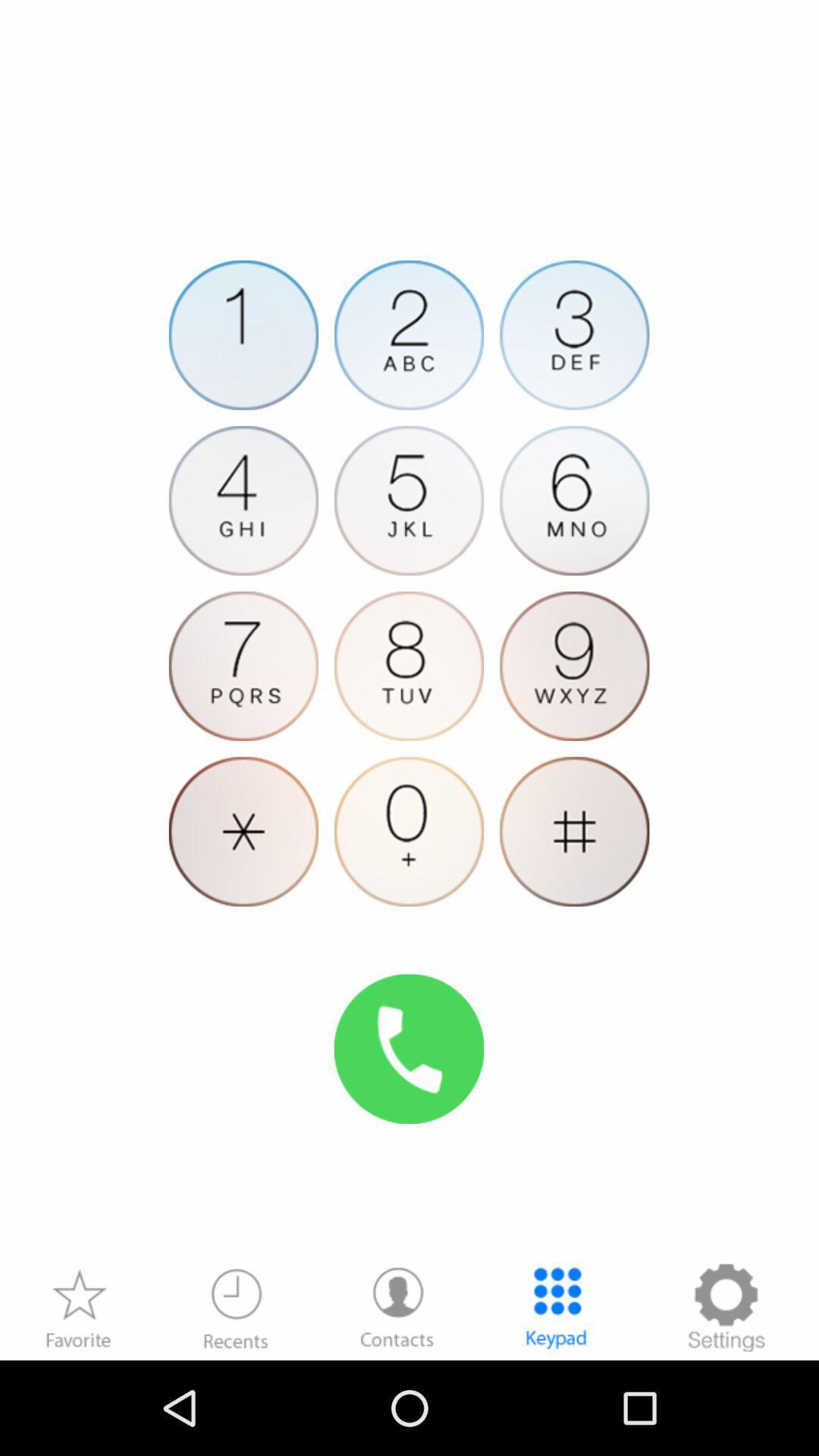 The width and height of the screenshot is (819, 1456). What do you see at coordinates (408, 1122) in the screenshot?
I see `the call icon` at bounding box center [408, 1122].